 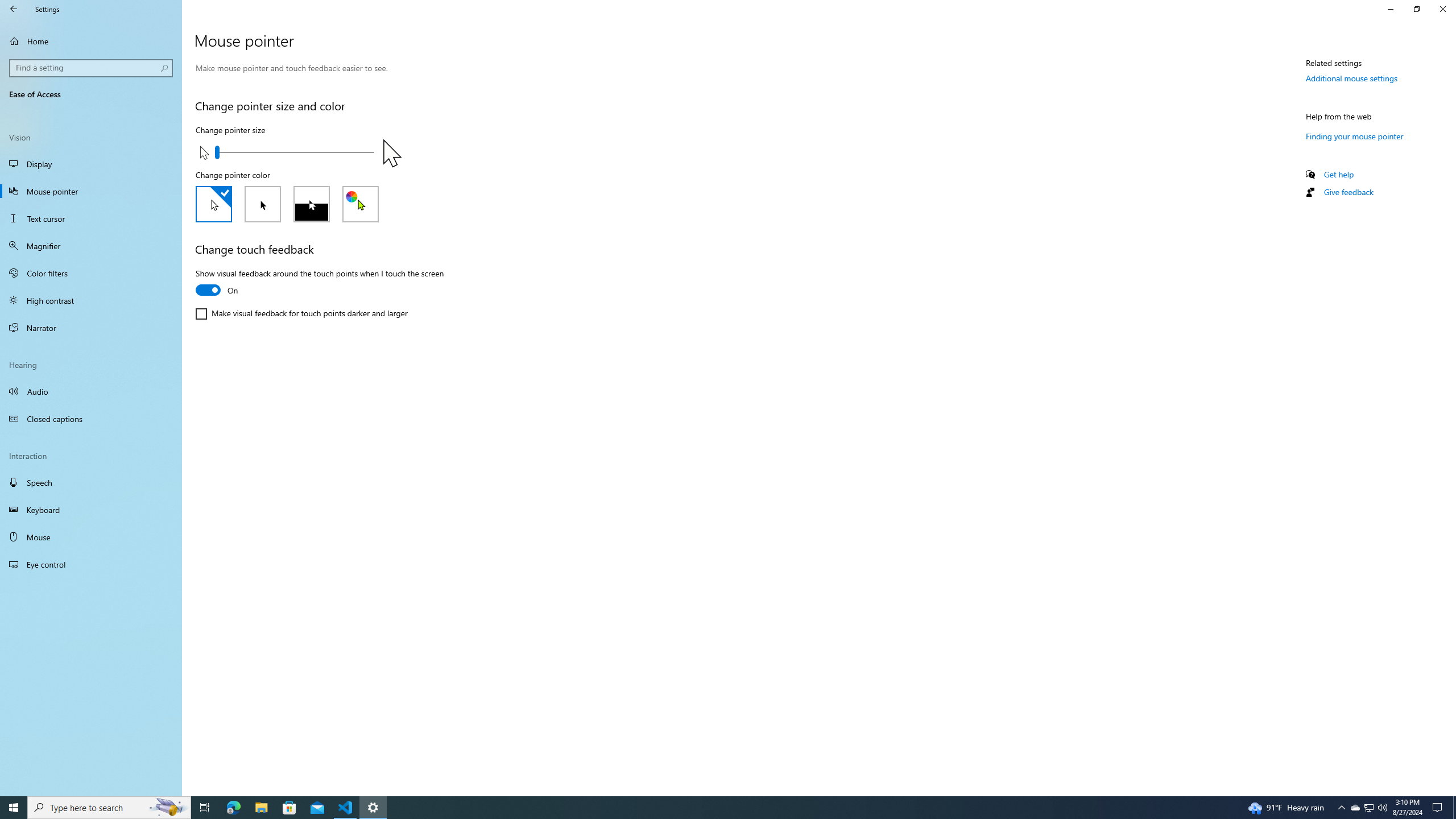 I want to click on 'Restore Settings', so click(x=1416, y=9).